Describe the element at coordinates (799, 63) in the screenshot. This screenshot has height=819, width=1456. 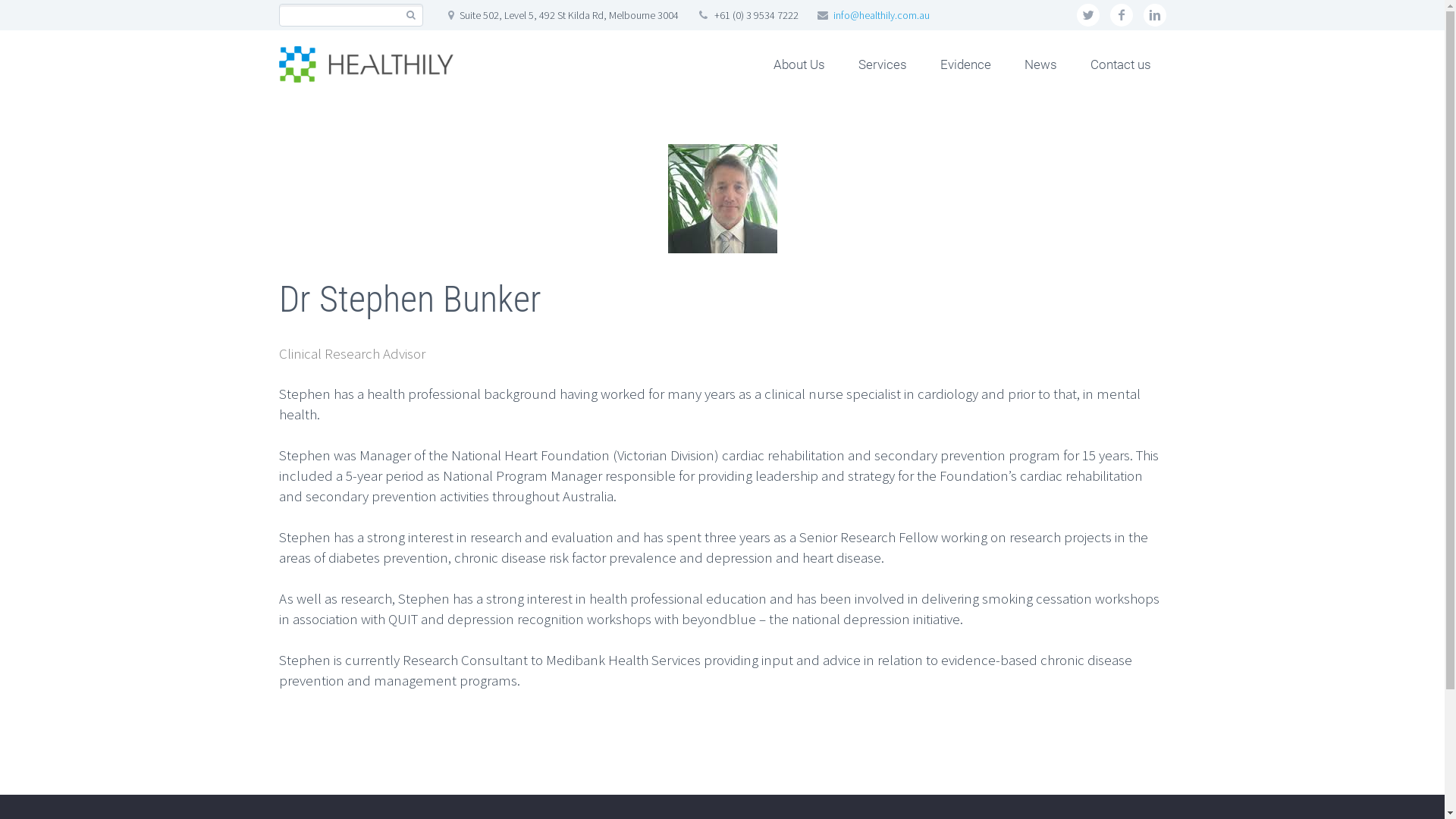
I see `'About Us'` at that location.